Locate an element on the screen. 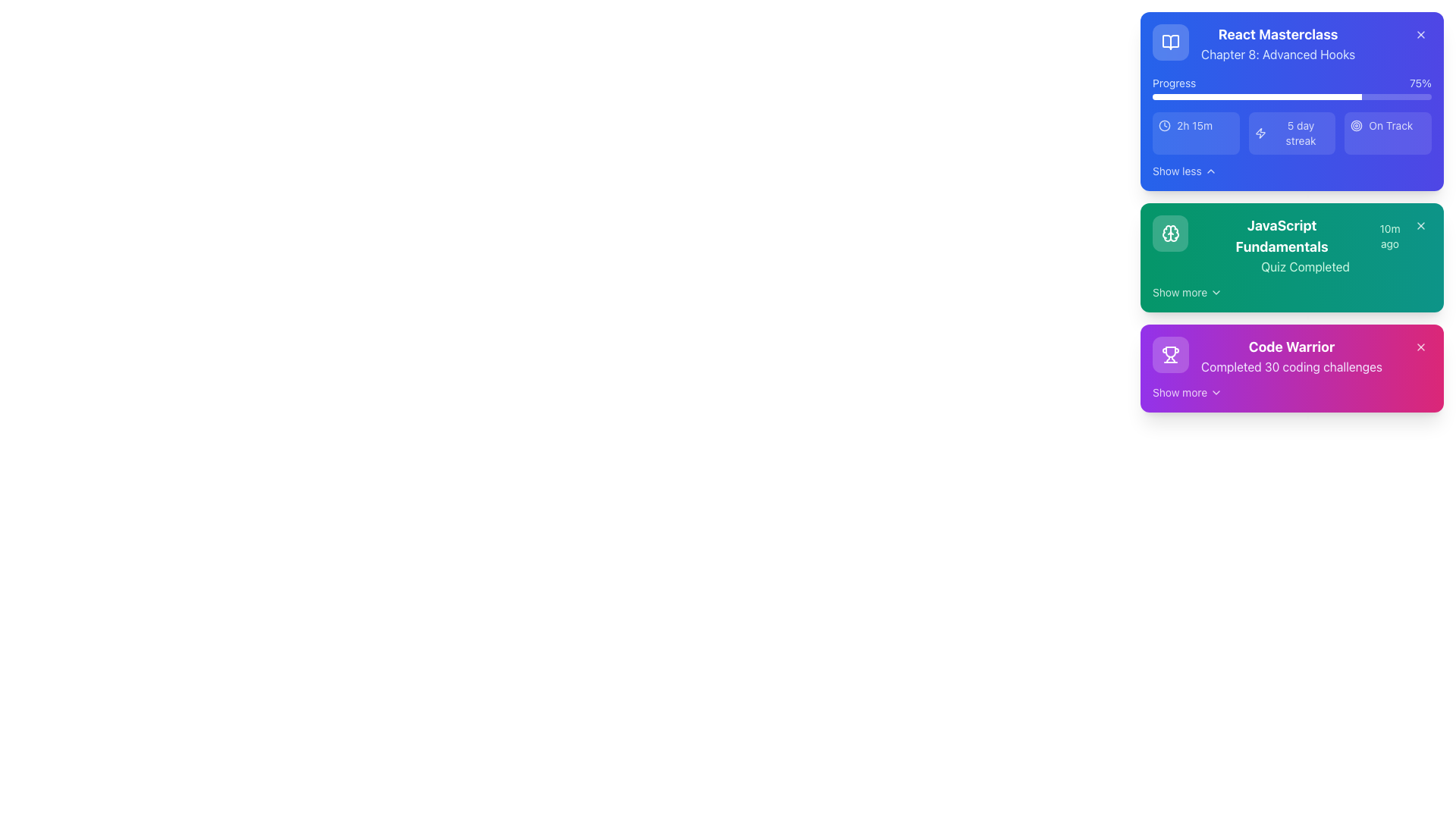  the progress is located at coordinates (1222, 96).